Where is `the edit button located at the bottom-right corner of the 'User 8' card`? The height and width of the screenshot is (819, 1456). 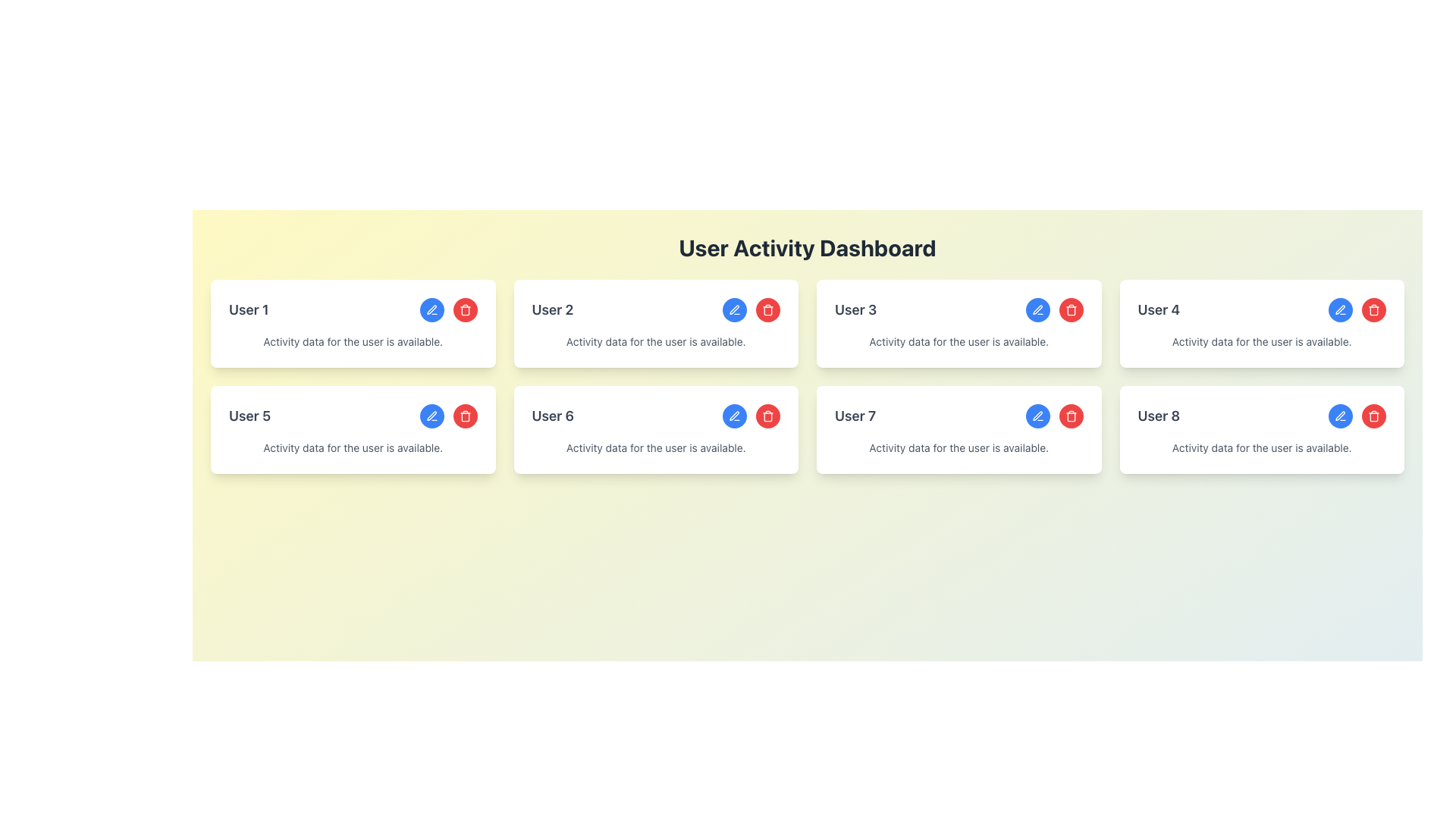
the edit button located at the bottom-right corner of the 'User 8' card is located at coordinates (1340, 416).